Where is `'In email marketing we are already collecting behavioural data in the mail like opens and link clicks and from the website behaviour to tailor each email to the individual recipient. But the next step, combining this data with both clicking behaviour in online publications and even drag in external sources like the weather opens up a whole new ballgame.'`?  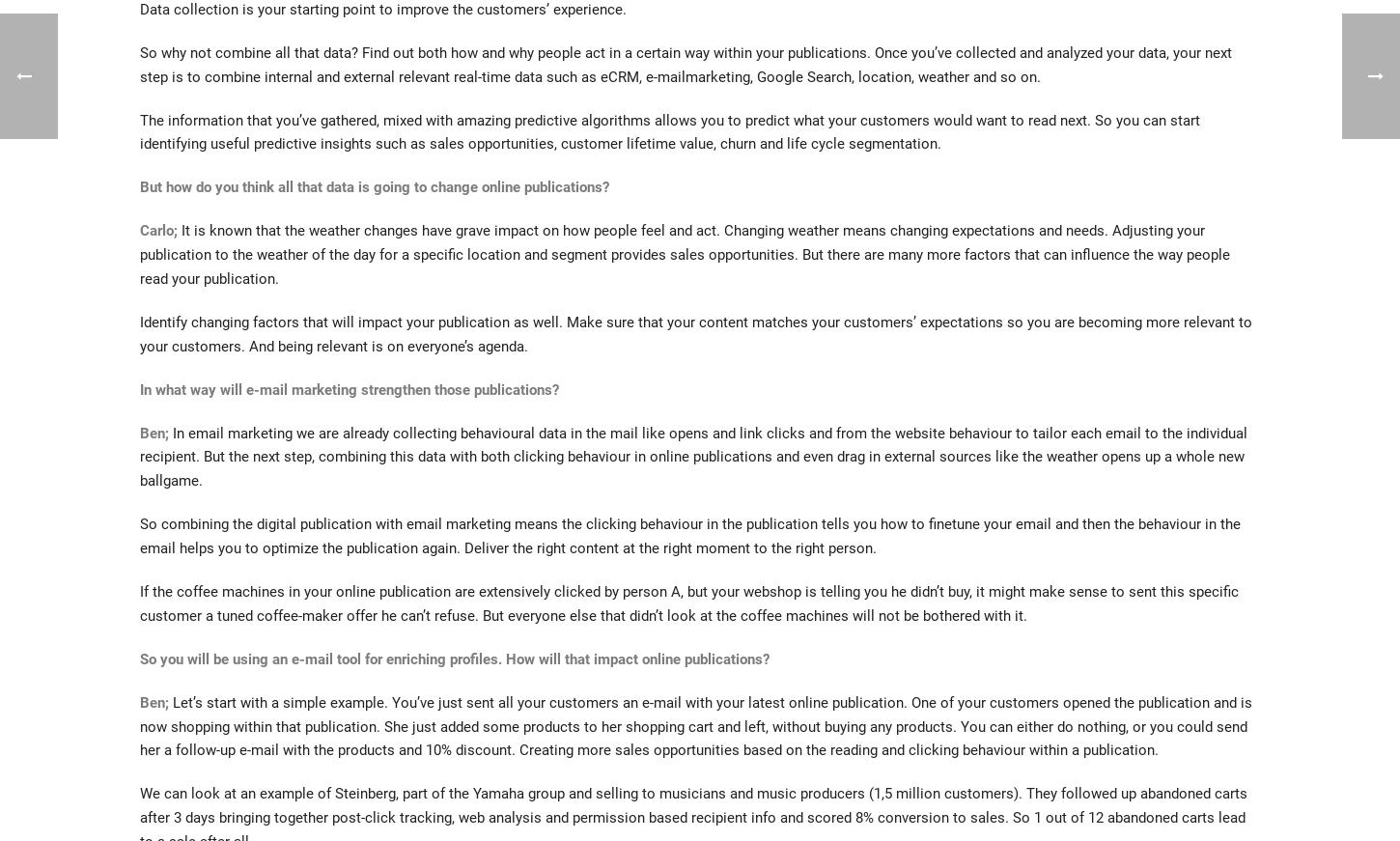 'In email marketing we are already collecting behavioural data in the mail like opens and link clicks and from the website behaviour to tailor each email to the individual recipient. But the next step, combining this data with both clicking behaviour in online publications and even drag in external sources like the weather opens up a whole new ballgame.' is located at coordinates (692, 457).